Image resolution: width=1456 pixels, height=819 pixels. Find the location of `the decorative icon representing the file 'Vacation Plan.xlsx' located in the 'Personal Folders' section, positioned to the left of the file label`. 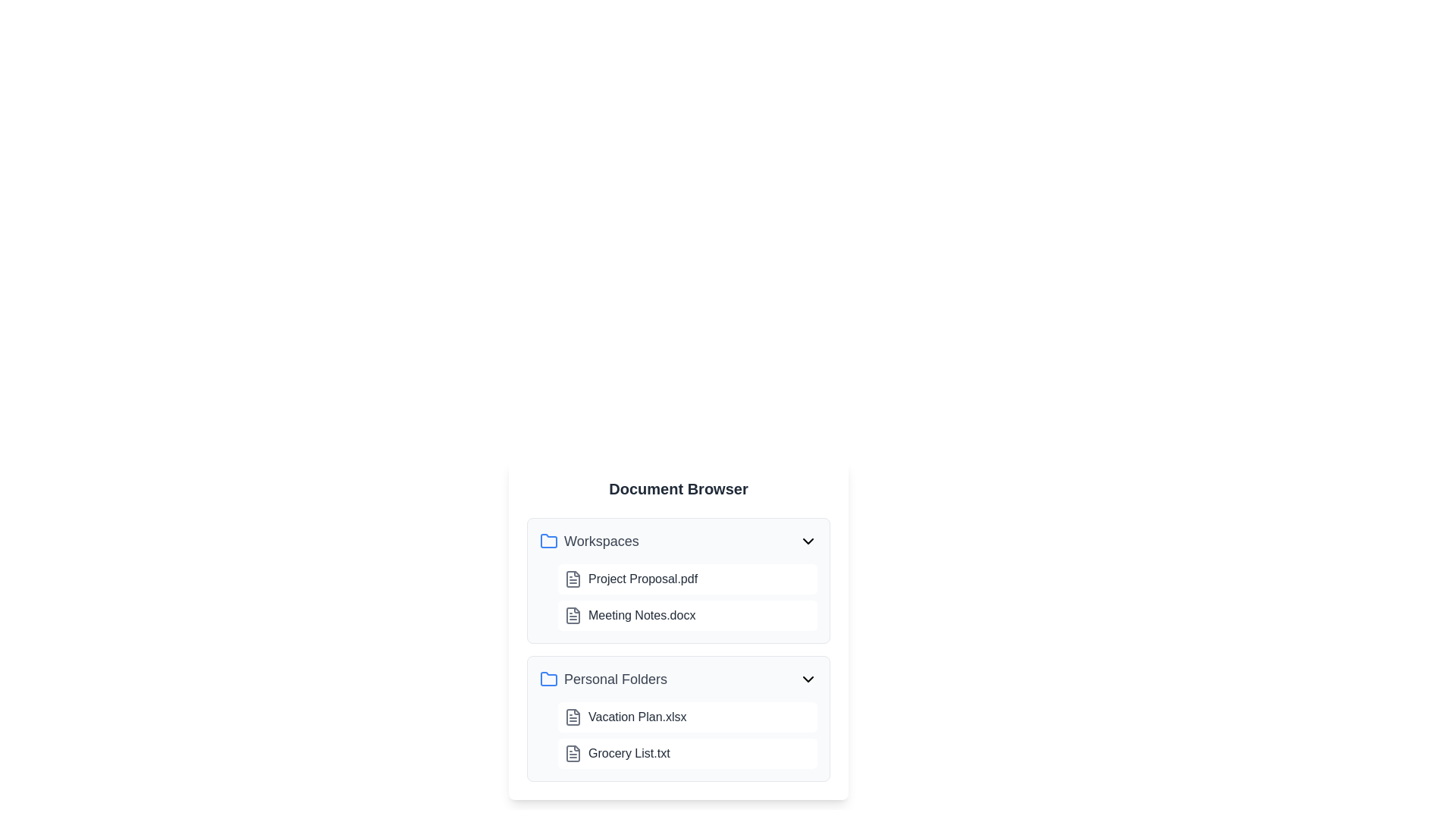

the decorative icon representing the file 'Vacation Plan.xlsx' located in the 'Personal Folders' section, positioned to the left of the file label is located at coordinates (572, 717).